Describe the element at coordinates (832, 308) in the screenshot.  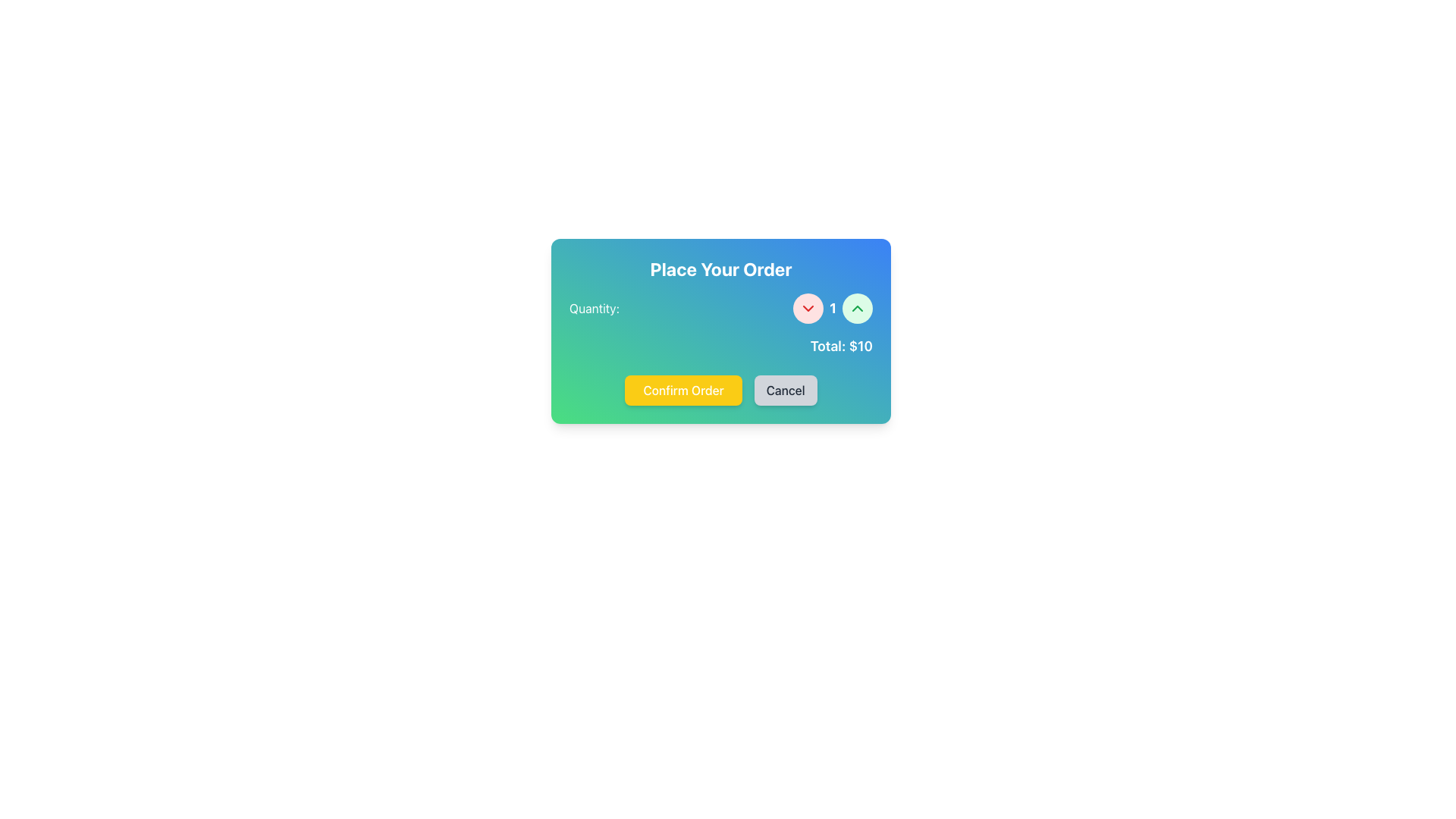
I see `the small, bold white text displaying the number '1' located between the red and green circular buttons in the dialog box under the heading 'Place Your Order'` at that location.